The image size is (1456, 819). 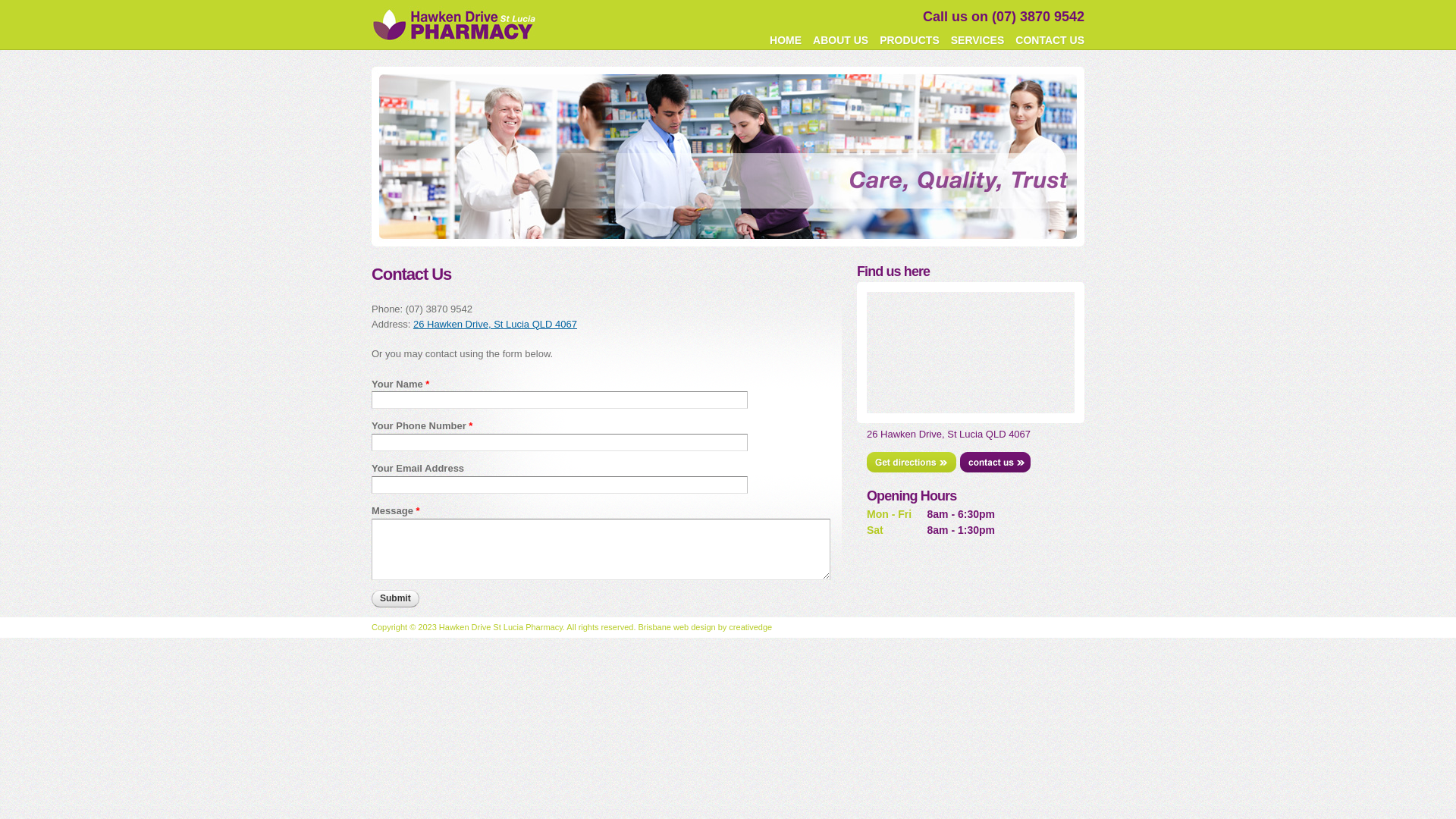 What do you see at coordinates (1049, 39) in the screenshot?
I see `'CONTACT US'` at bounding box center [1049, 39].